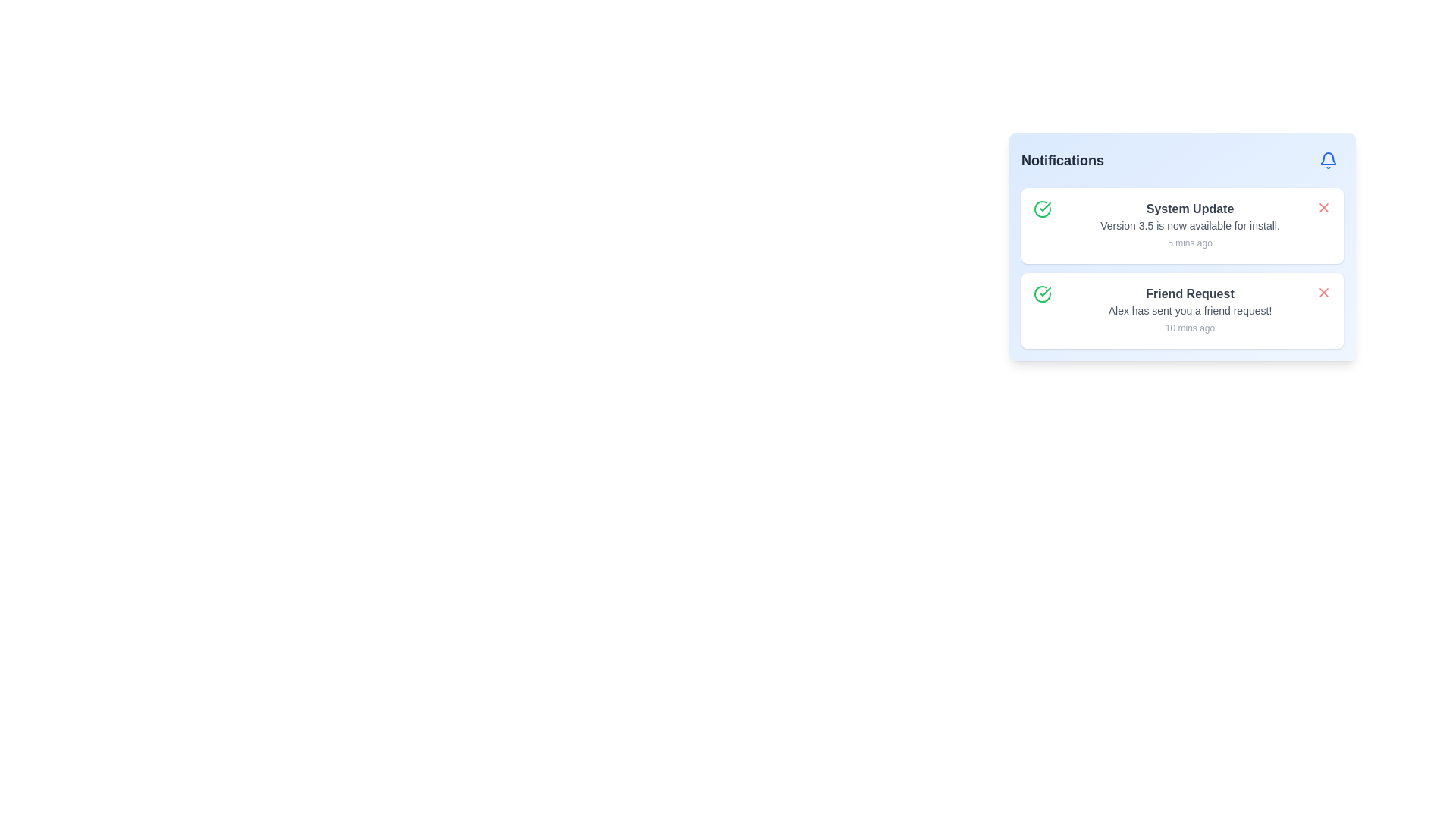 The height and width of the screenshot is (819, 1456). Describe the element at coordinates (1189, 209) in the screenshot. I see `text from the 'System Update' label, which is styled in bold dark gray and located at the top-left corner of its notification card` at that location.